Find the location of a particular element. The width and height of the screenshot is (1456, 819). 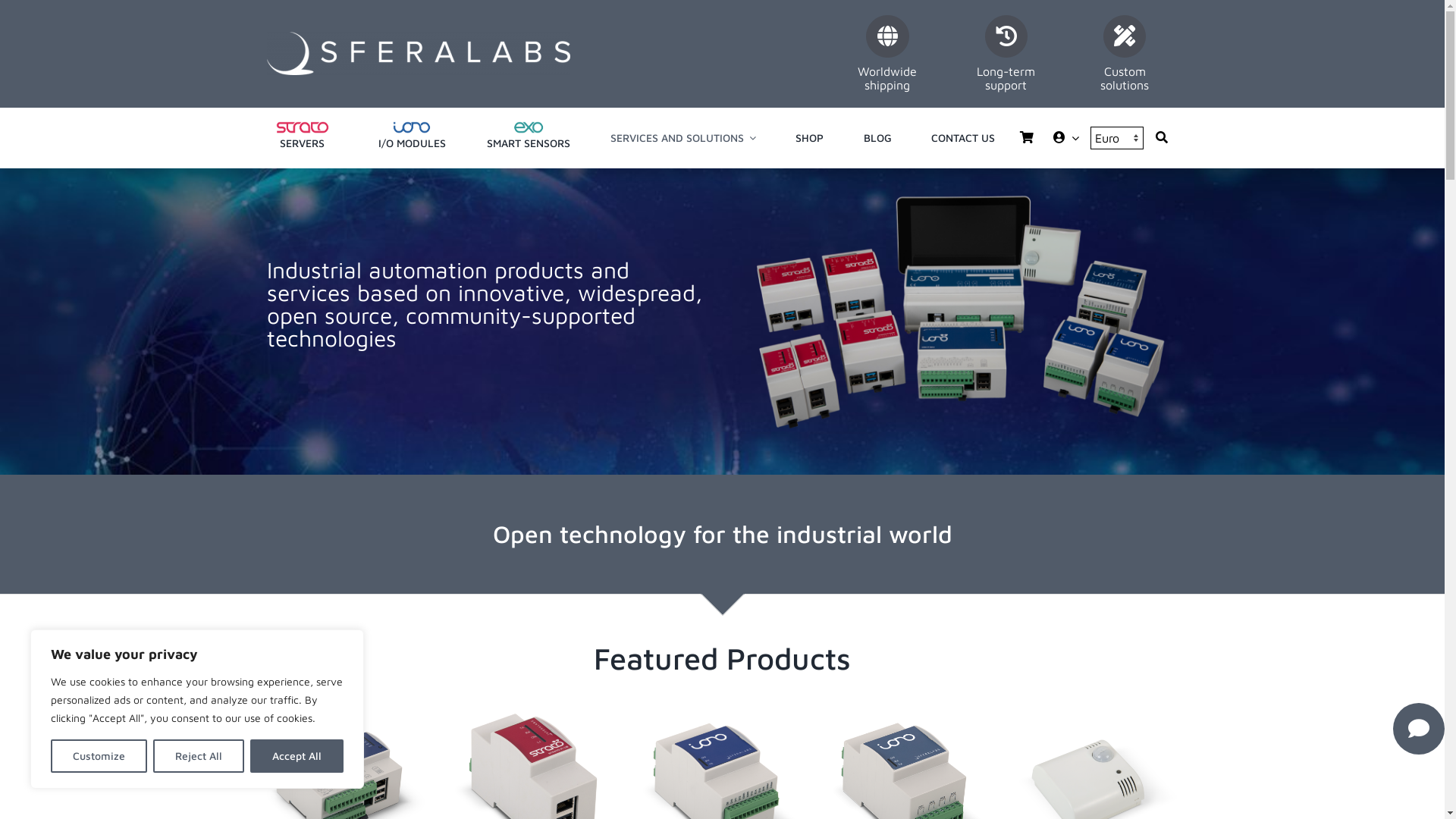

'CONTACT US' is located at coordinates (962, 137).